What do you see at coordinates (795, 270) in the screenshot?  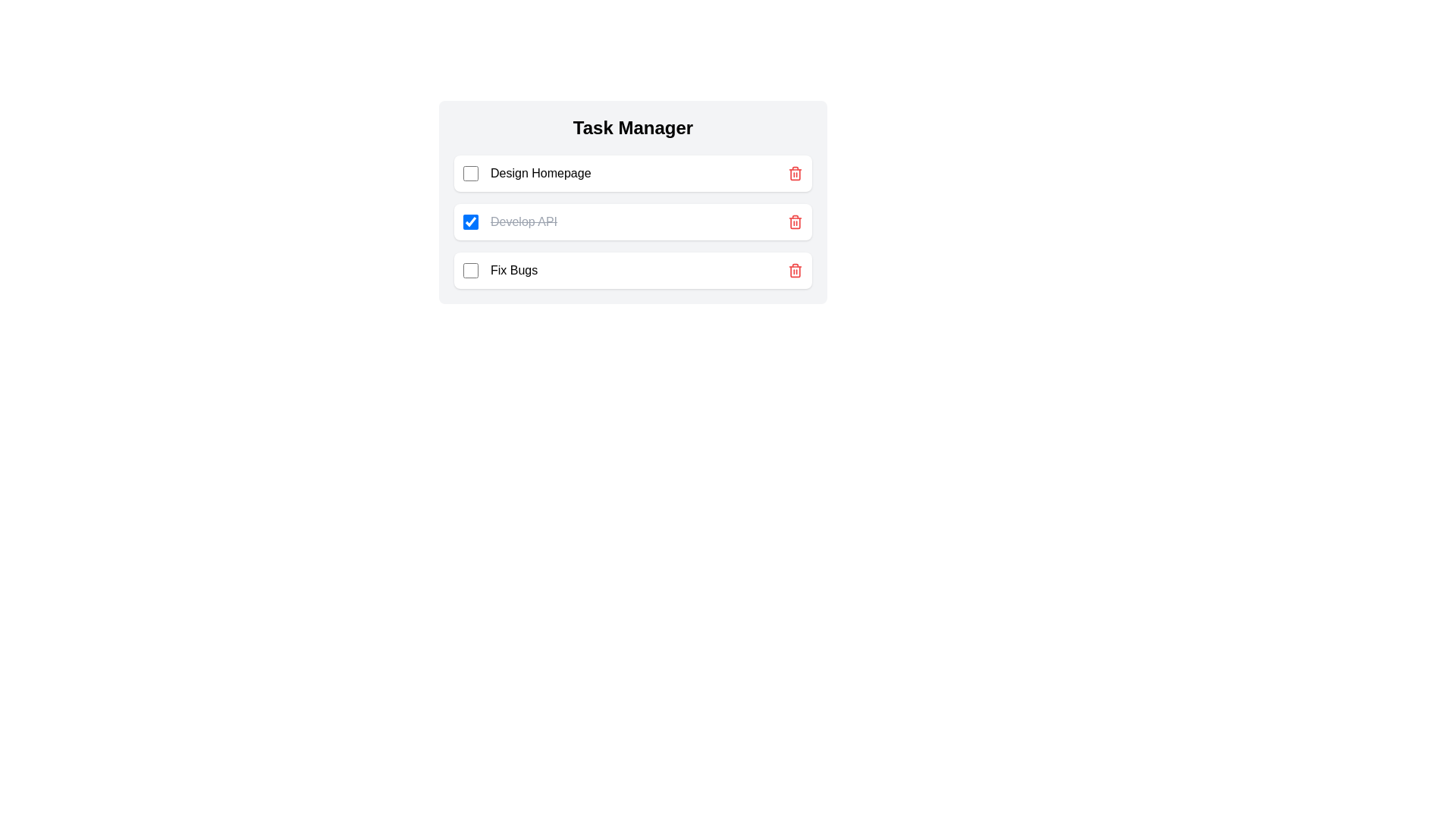 I see `trash icon for the task 'Fix Bugs'` at bounding box center [795, 270].